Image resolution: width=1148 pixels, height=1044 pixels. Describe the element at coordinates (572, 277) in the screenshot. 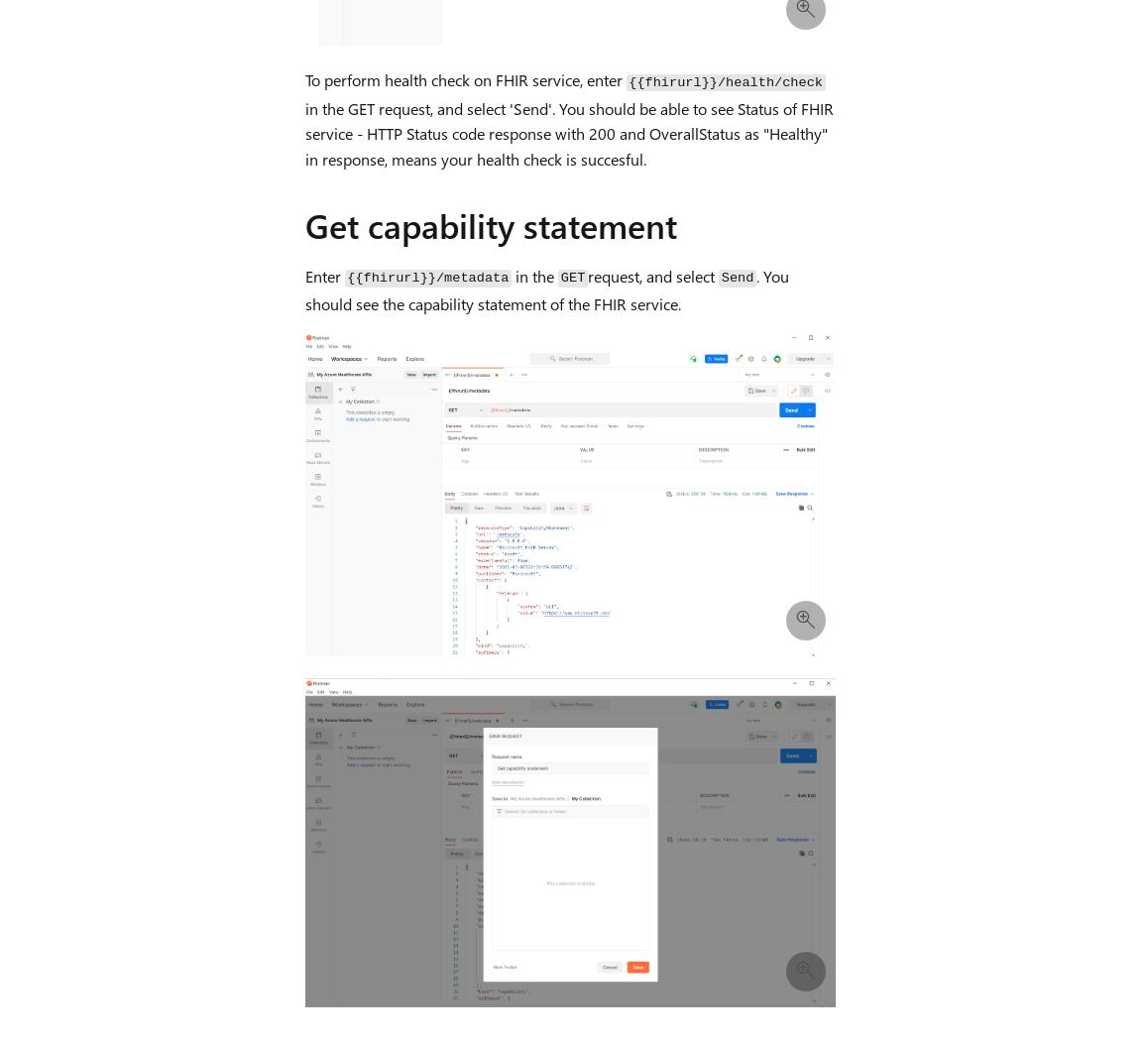

I see `'GET'` at that location.